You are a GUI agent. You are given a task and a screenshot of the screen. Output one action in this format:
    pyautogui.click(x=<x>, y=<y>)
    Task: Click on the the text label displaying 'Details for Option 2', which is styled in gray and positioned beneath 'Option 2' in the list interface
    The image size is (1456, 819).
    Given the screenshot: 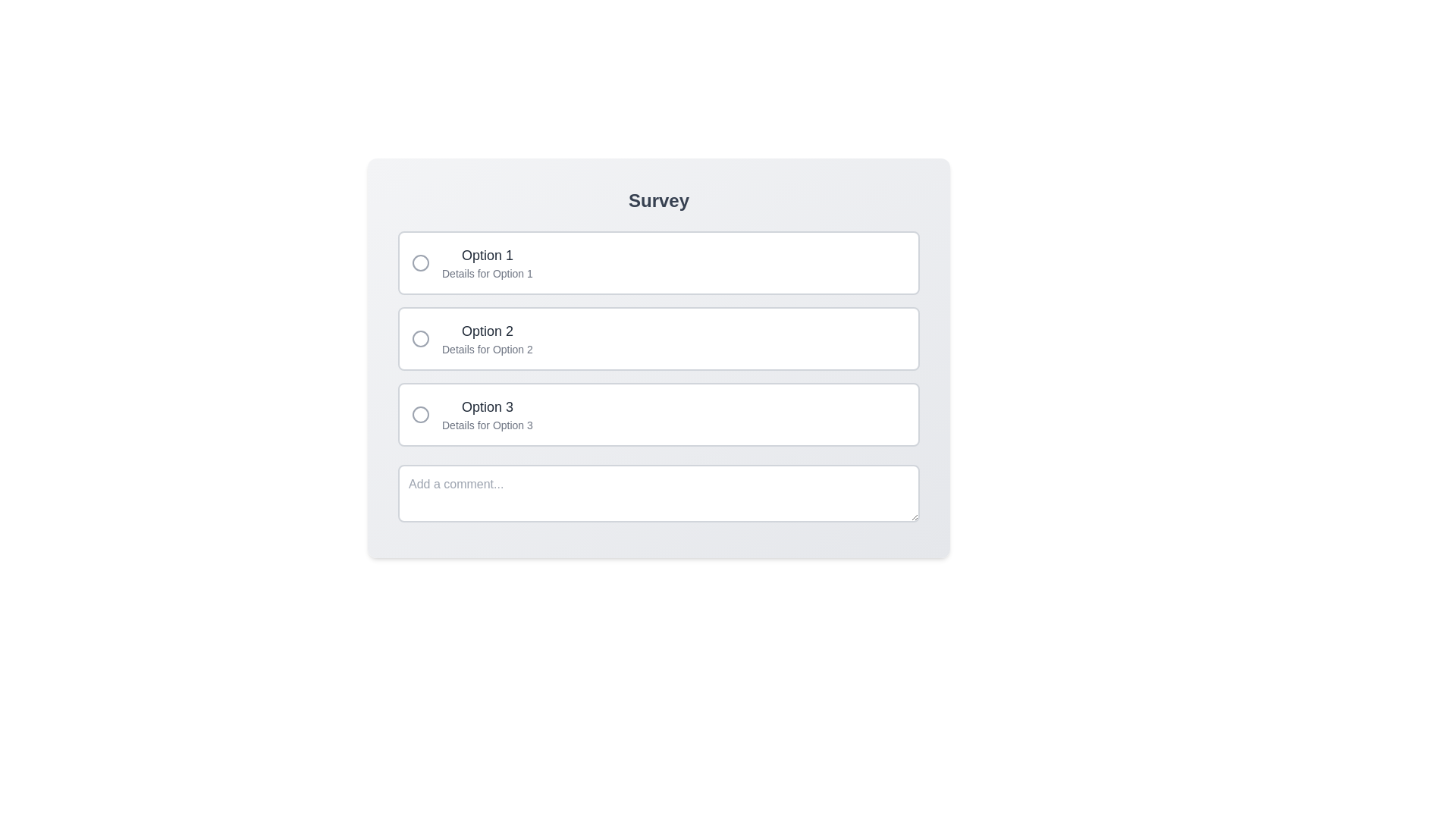 What is the action you would take?
    pyautogui.click(x=488, y=350)
    